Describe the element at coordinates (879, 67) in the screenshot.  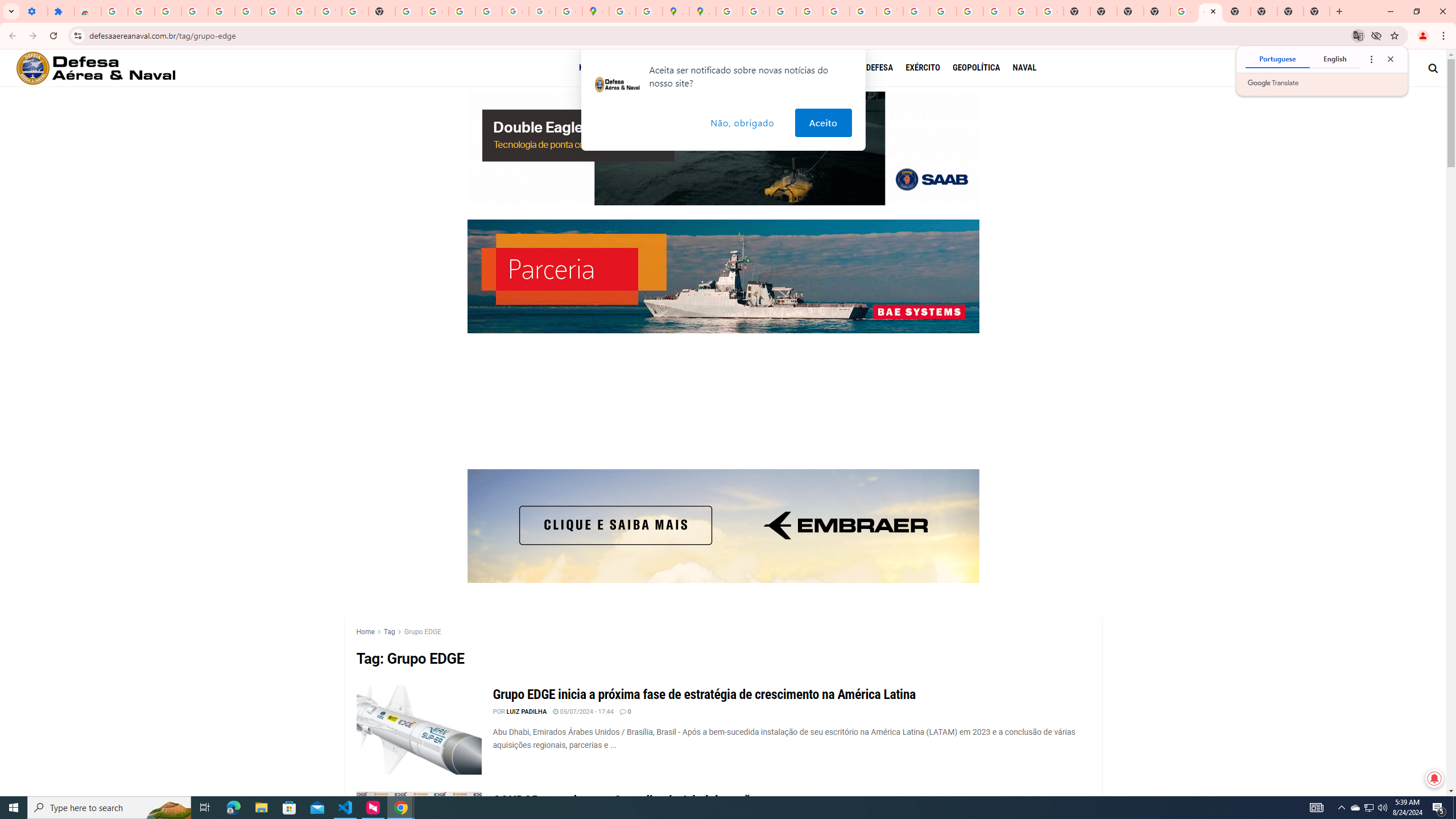
I see `'DEFESA'` at that location.